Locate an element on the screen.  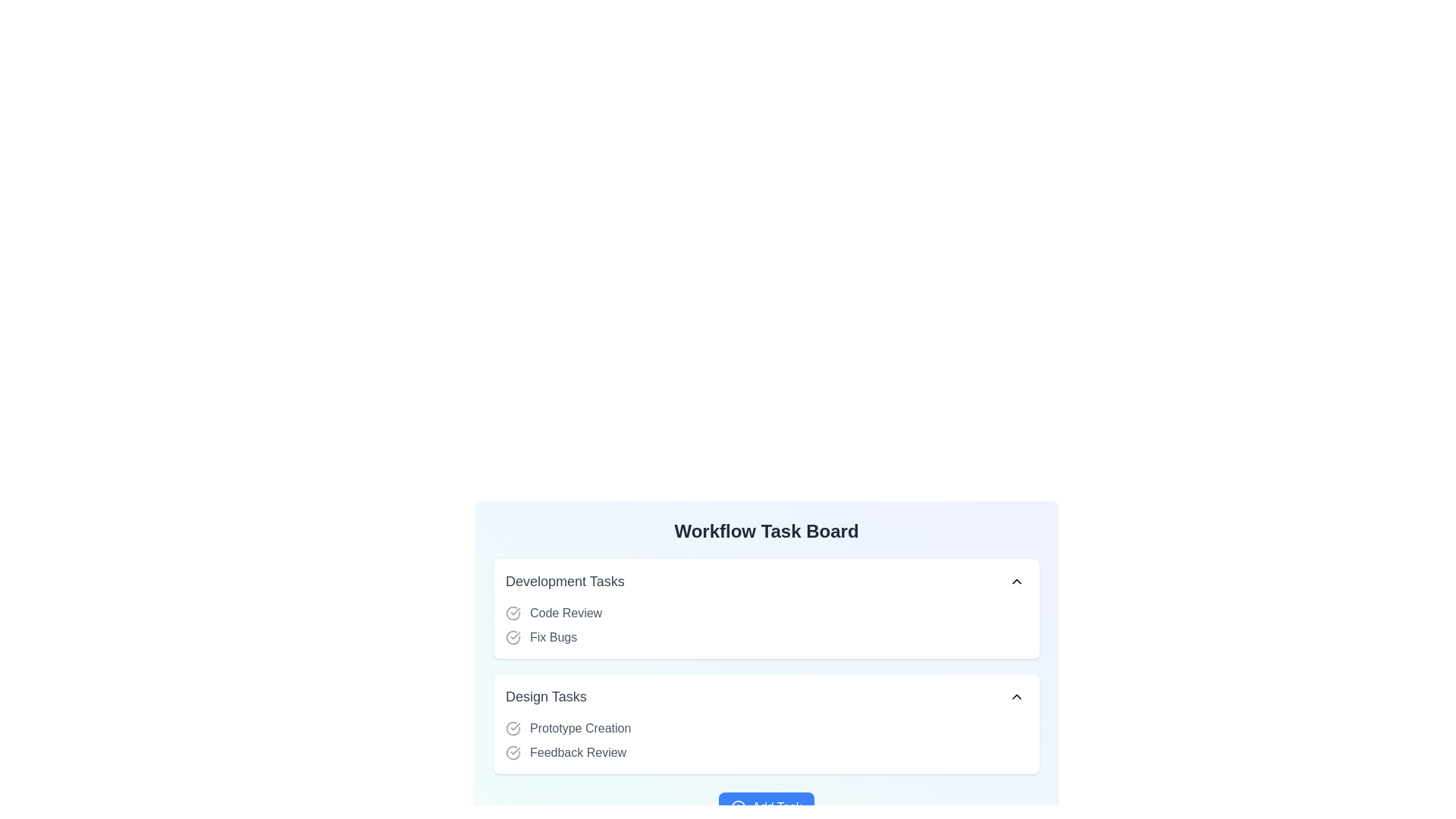
the circular vector graphic element, which is part of the SVG icon and located to the left of the 'Feedback Review' label in the 'Design Tasks' section of the 'Workflow Task Board' is located at coordinates (513, 752).